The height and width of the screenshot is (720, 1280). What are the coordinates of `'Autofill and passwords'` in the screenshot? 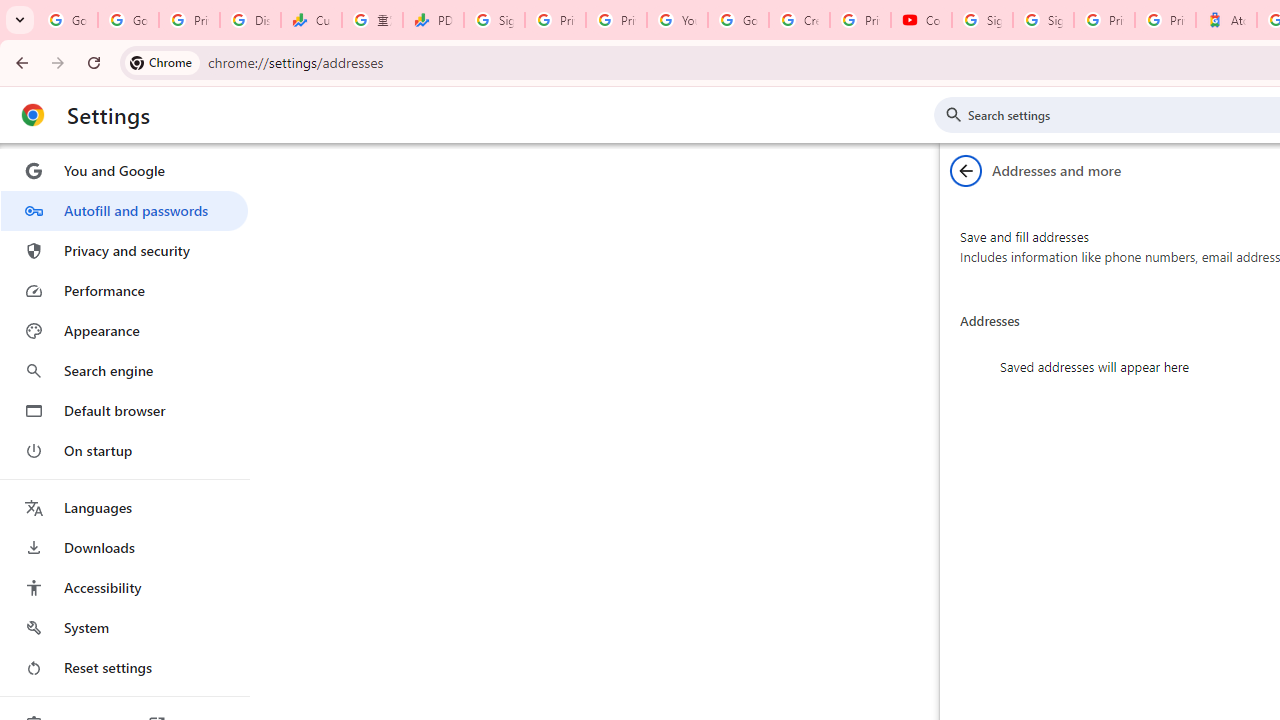 It's located at (123, 210).